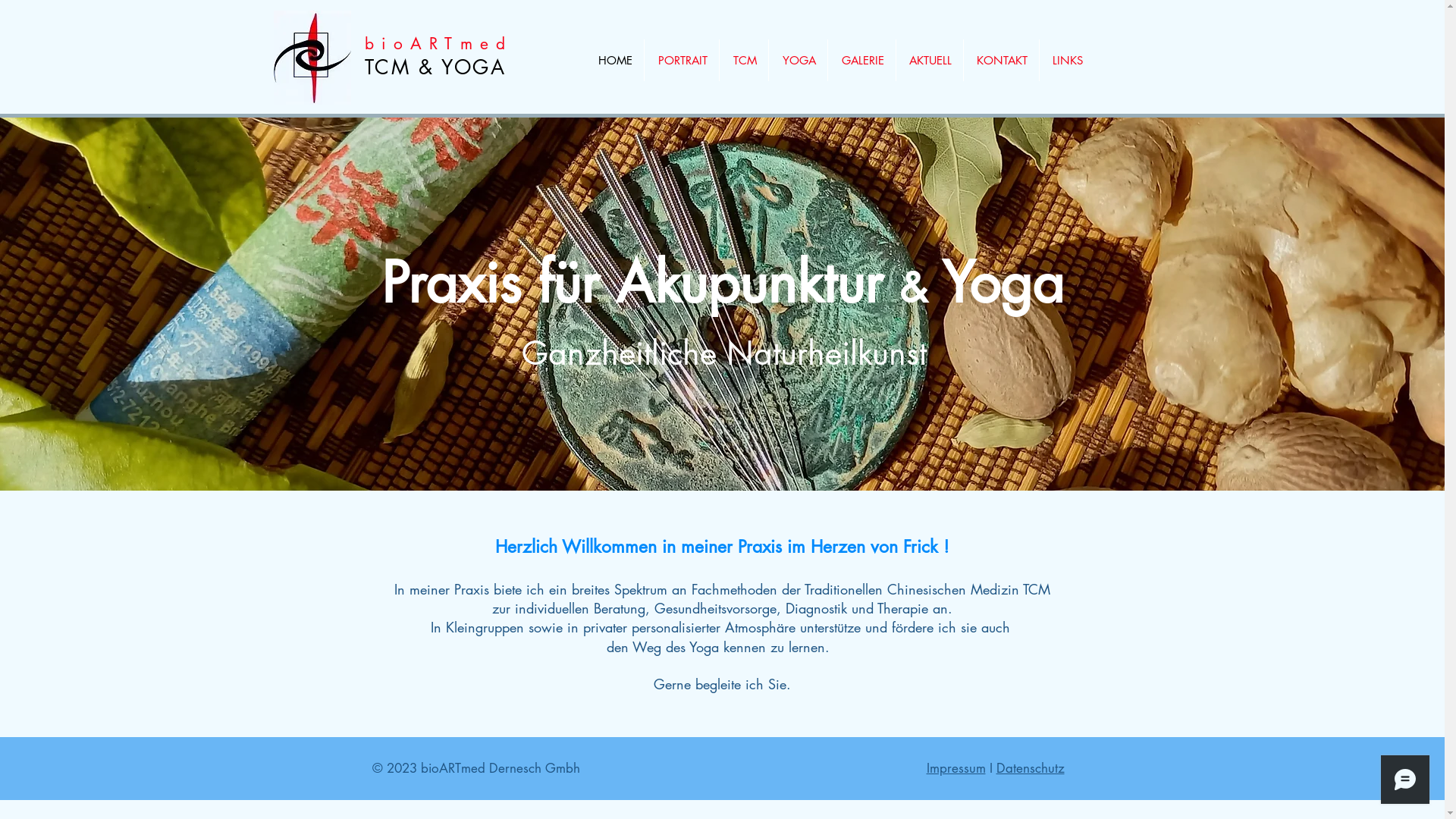 The image size is (1456, 819). Describe the element at coordinates (955, 768) in the screenshot. I see `'Impressum'` at that location.